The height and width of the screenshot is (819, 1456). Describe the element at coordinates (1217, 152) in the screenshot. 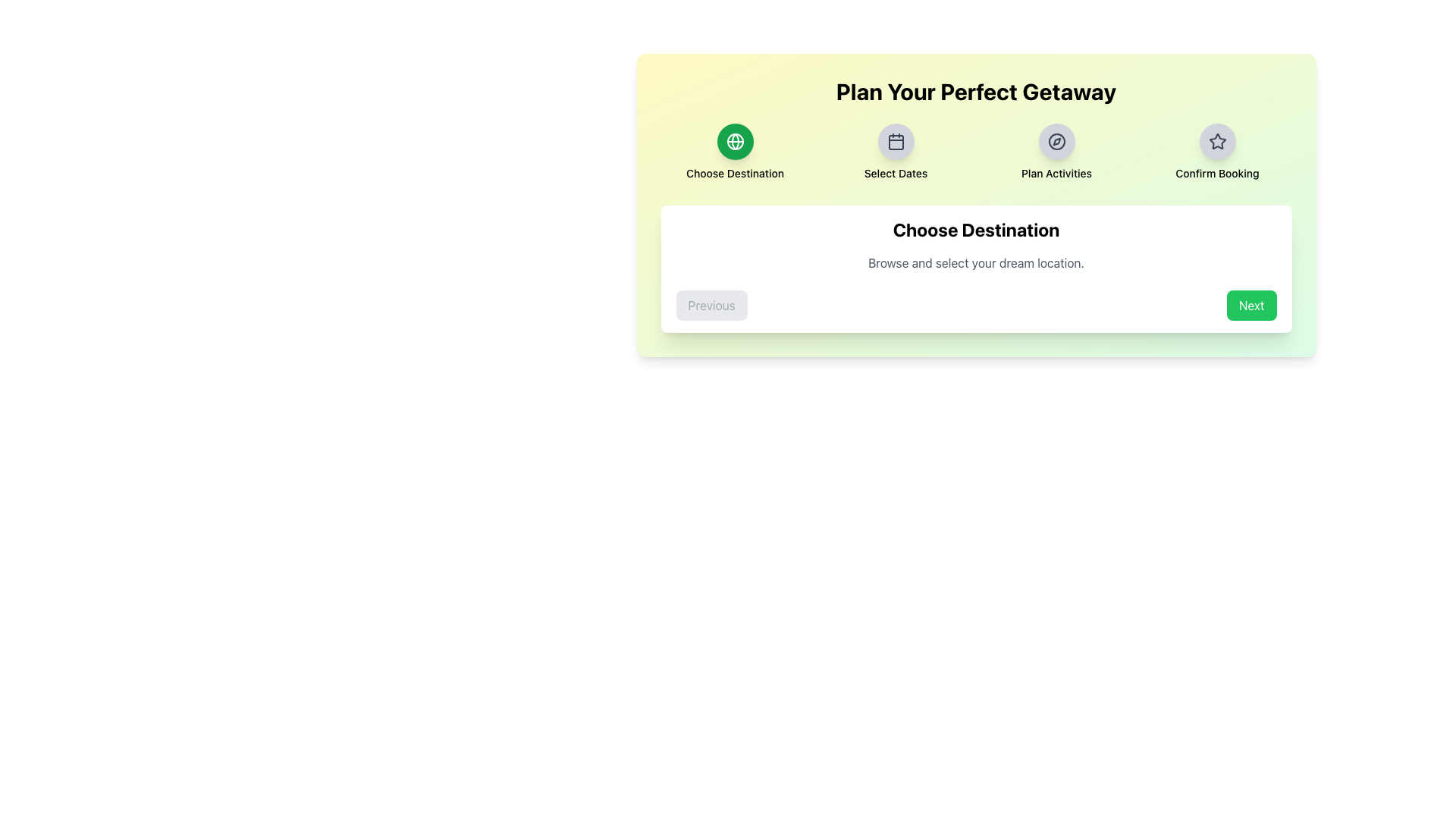

I see `the 'Confirm Booking' progress step indicator, which is represented by a circular icon with a star and a textual label underneath` at that location.